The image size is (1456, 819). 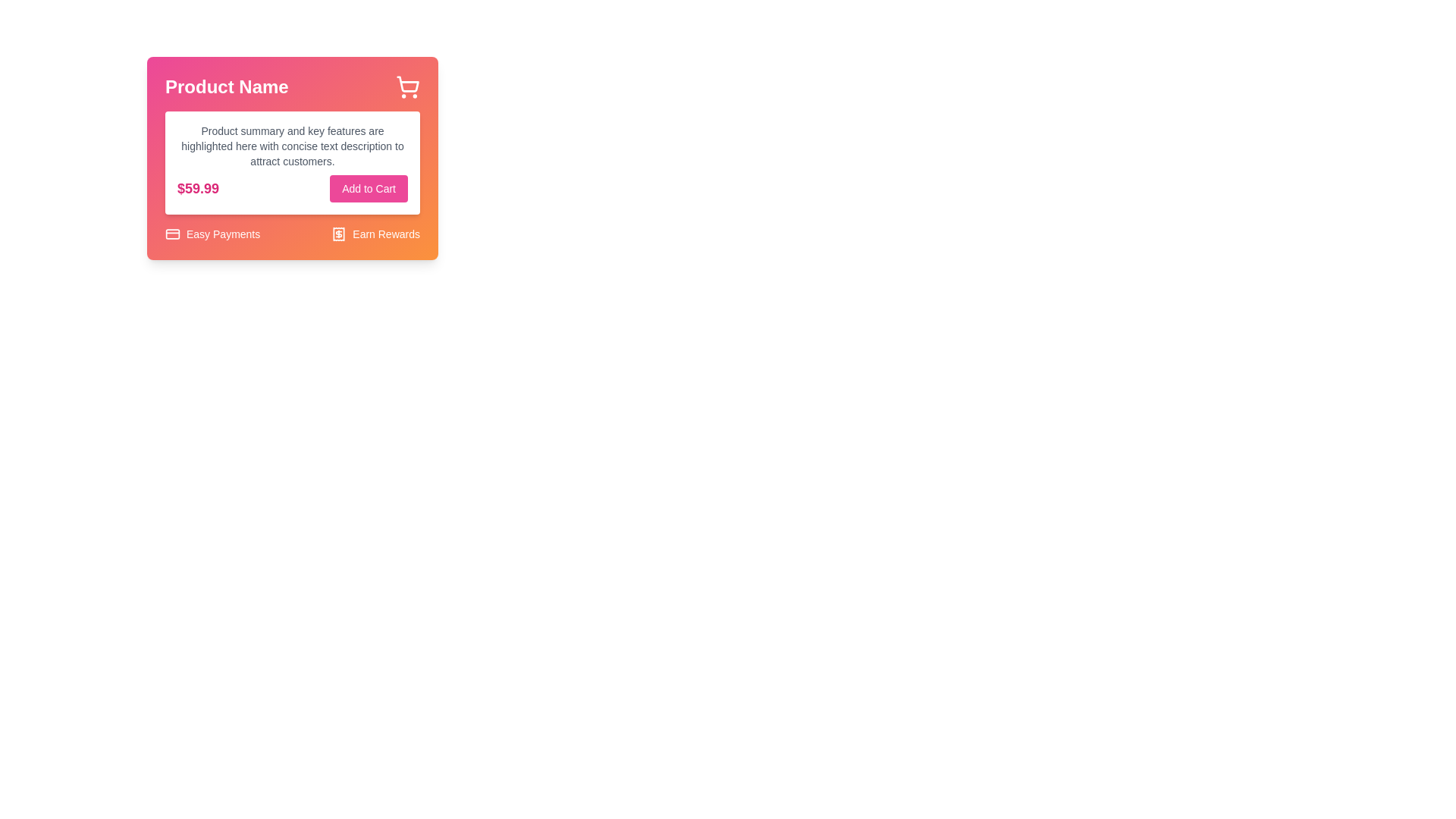 What do you see at coordinates (197, 188) in the screenshot?
I see `the price display element, which is located to the left of the 'Add to Cart' button` at bounding box center [197, 188].